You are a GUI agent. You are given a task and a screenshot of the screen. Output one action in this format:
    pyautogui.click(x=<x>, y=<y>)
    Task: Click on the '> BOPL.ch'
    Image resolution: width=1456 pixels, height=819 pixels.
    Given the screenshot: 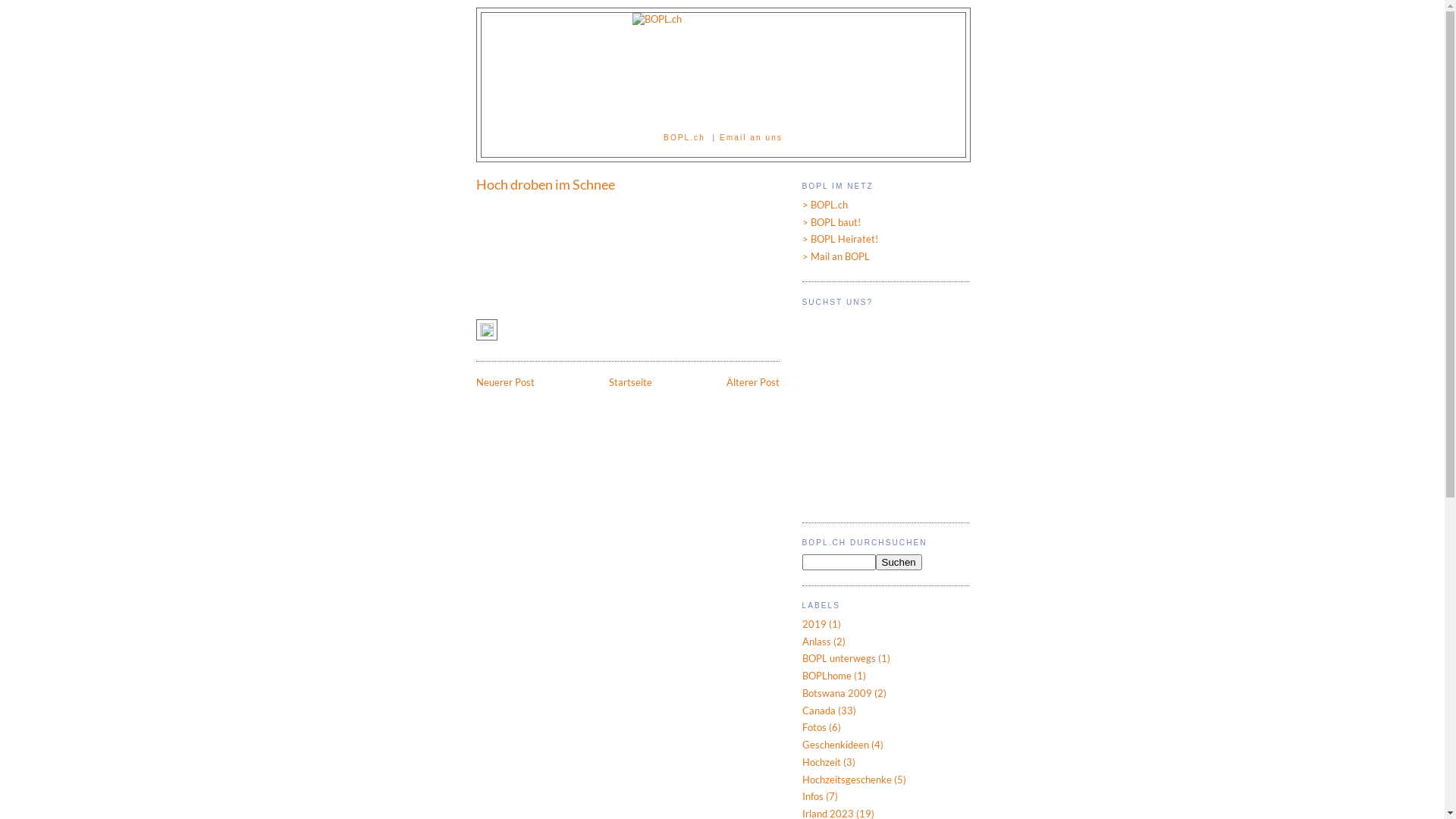 What is the action you would take?
    pyautogui.click(x=801, y=205)
    